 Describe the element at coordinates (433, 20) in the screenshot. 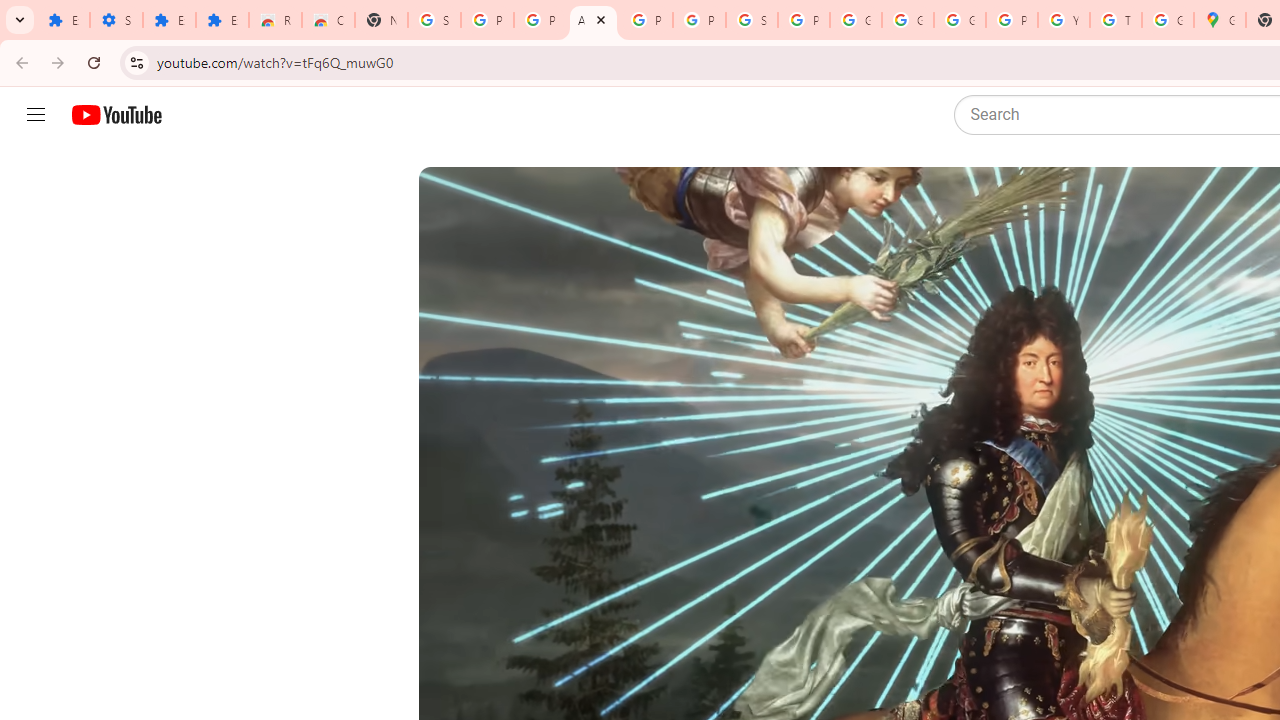

I see `'Sign in - Google Accounts'` at that location.